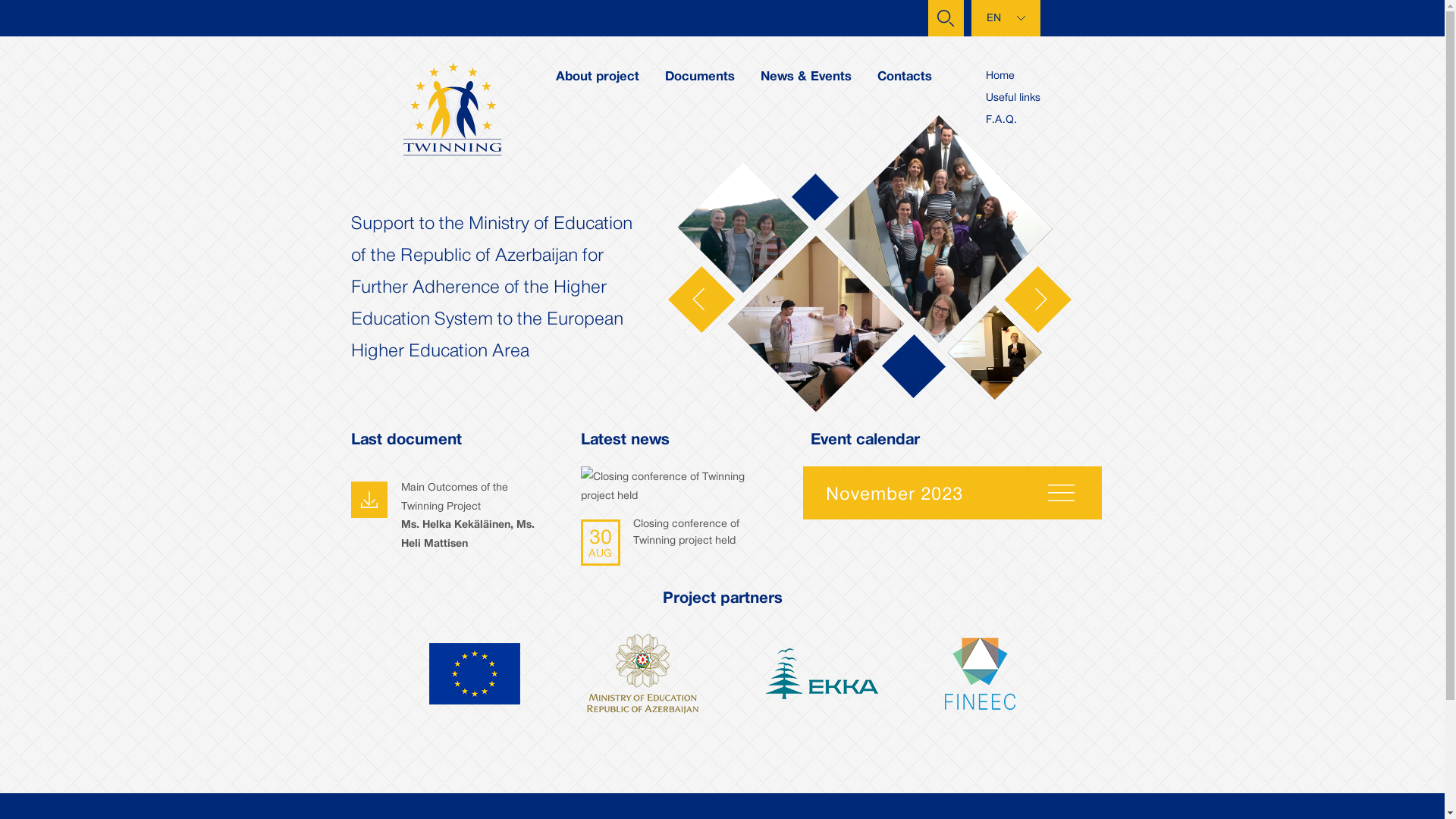  What do you see at coordinates (1037, 298) in the screenshot?
I see `'Next'` at bounding box center [1037, 298].